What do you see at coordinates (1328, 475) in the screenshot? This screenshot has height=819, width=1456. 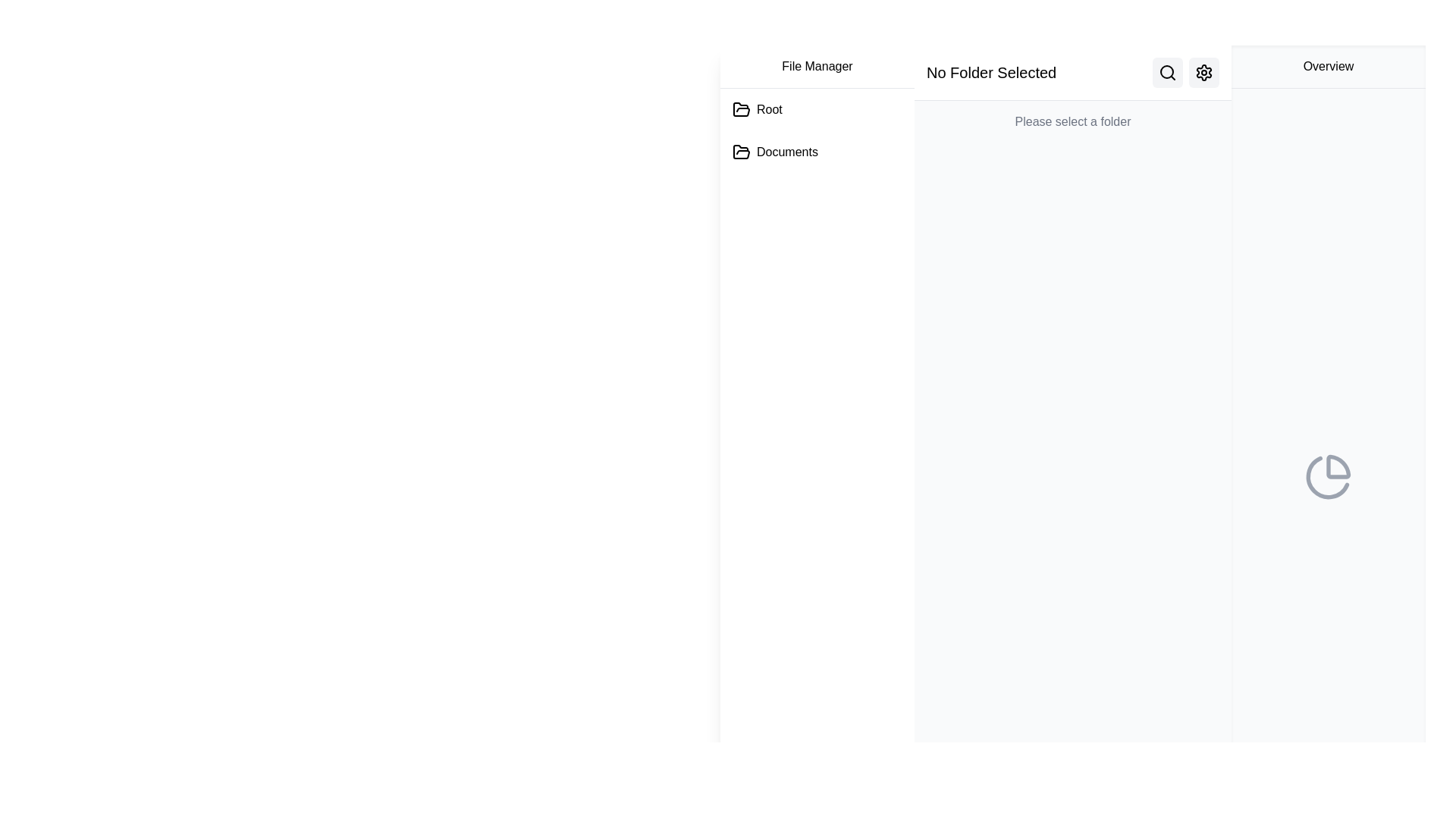 I see `the pie chart icon located in the bottom-right corner of the right panel, which symbolizes data visualization` at bounding box center [1328, 475].